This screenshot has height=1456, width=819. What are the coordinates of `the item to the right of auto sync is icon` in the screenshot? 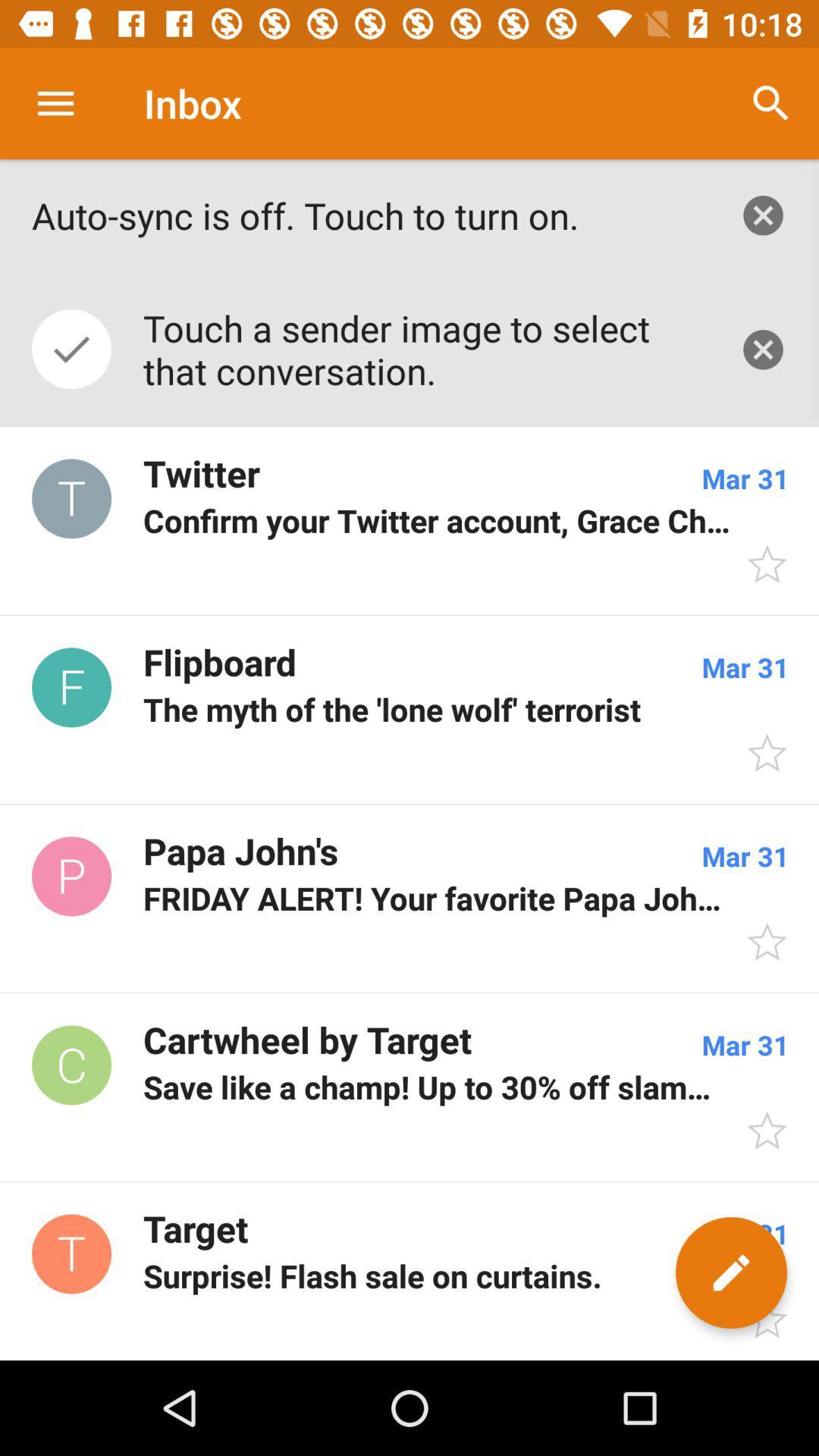 It's located at (763, 215).